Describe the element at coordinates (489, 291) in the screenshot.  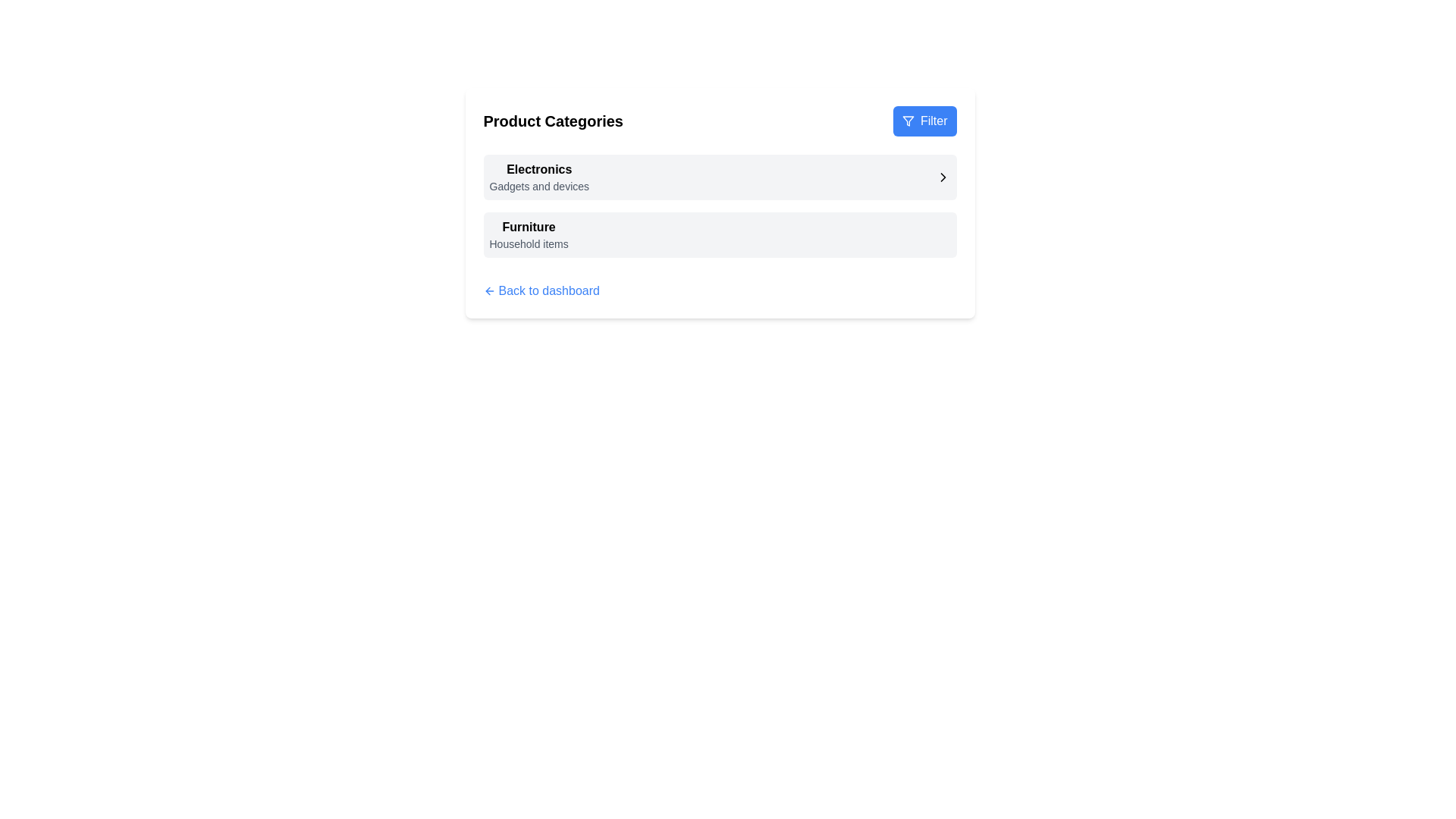
I see `the leftward arrow icon with a thin blue outline located before the text 'Back to dashboard'` at that location.